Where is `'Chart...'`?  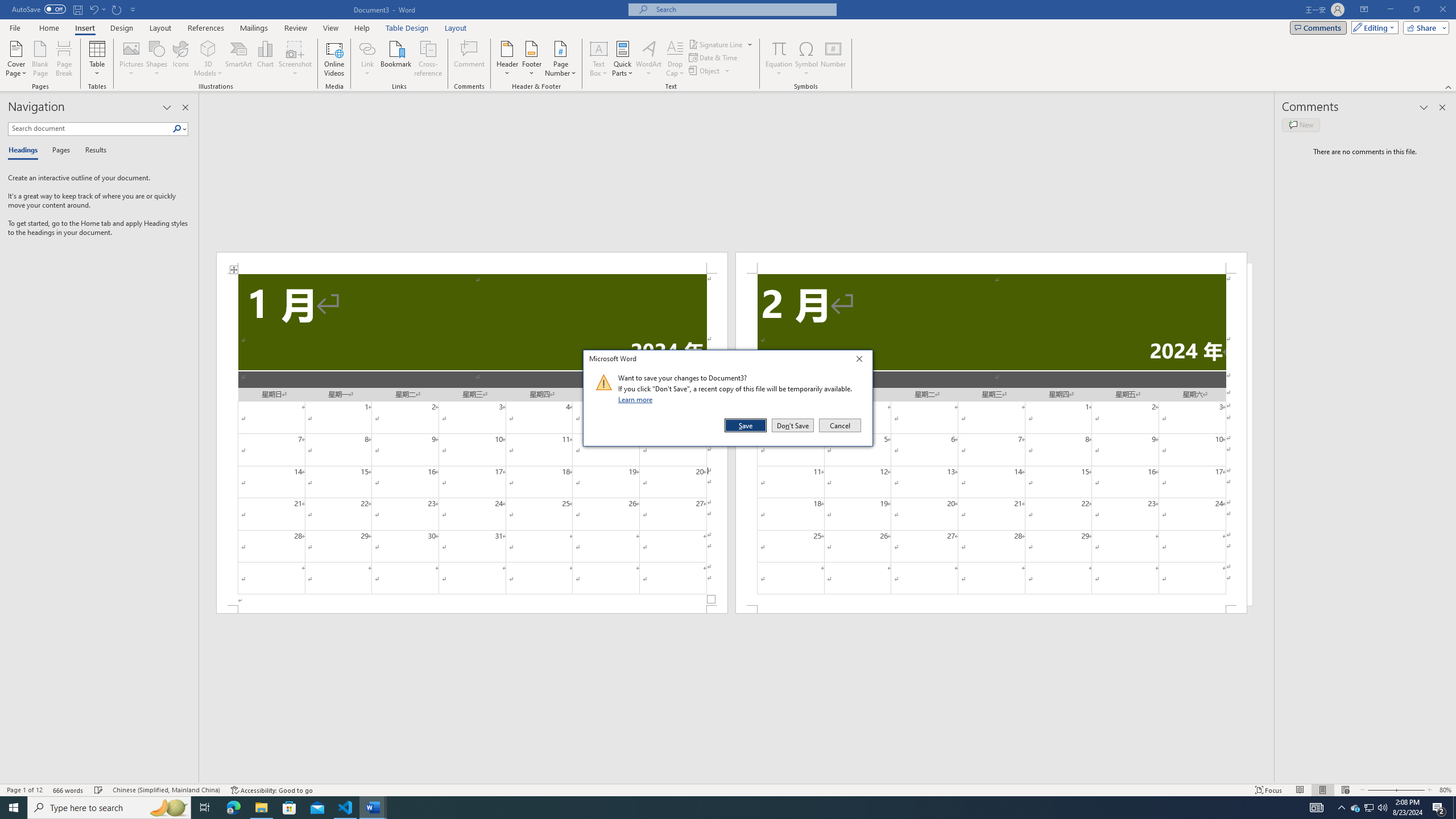 'Chart...' is located at coordinates (265, 59).